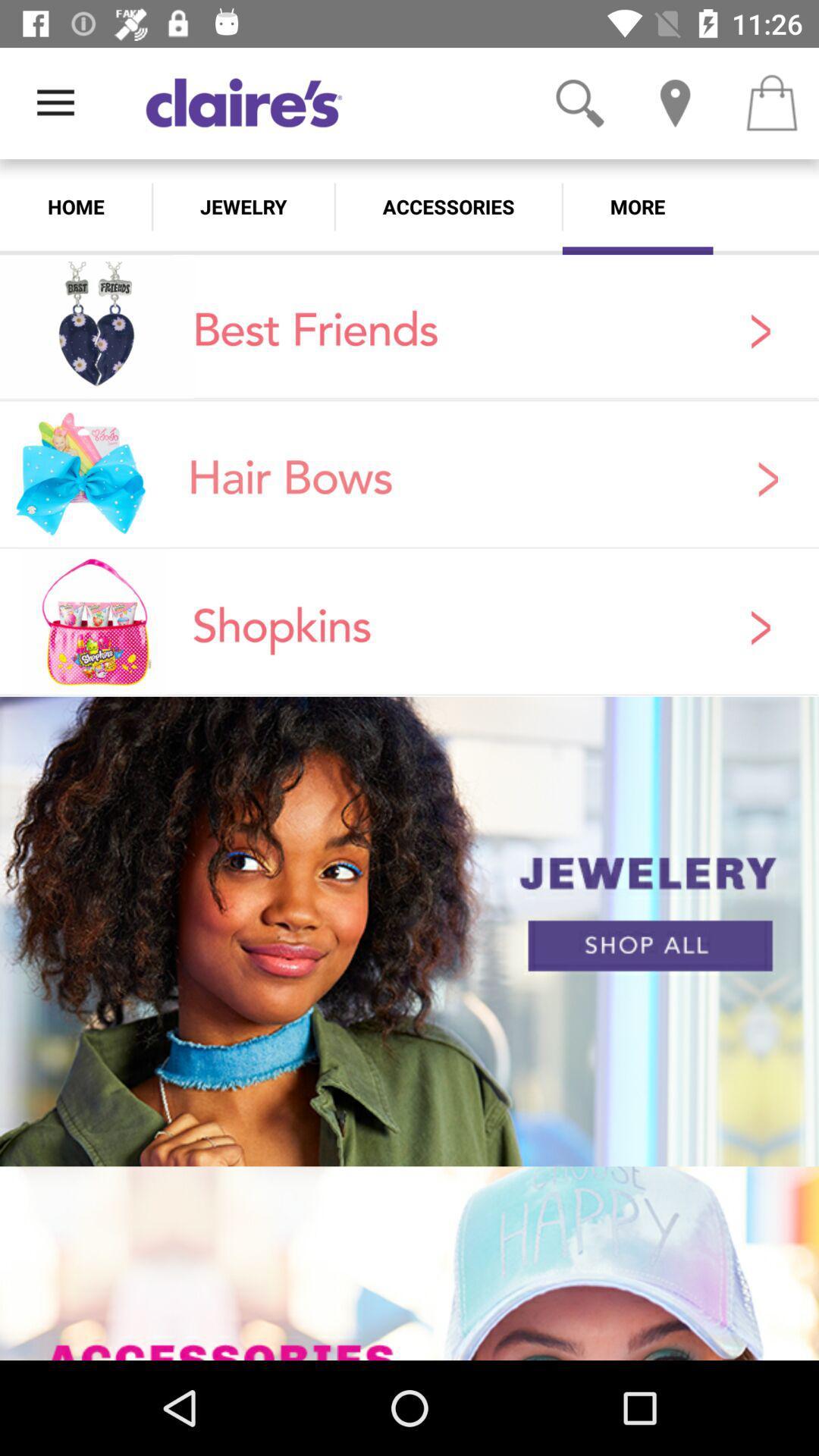 The image size is (819, 1456). What do you see at coordinates (243, 206) in the screenshot?
I see `the icon next to the accessories app` at bounding box center [243, 206].